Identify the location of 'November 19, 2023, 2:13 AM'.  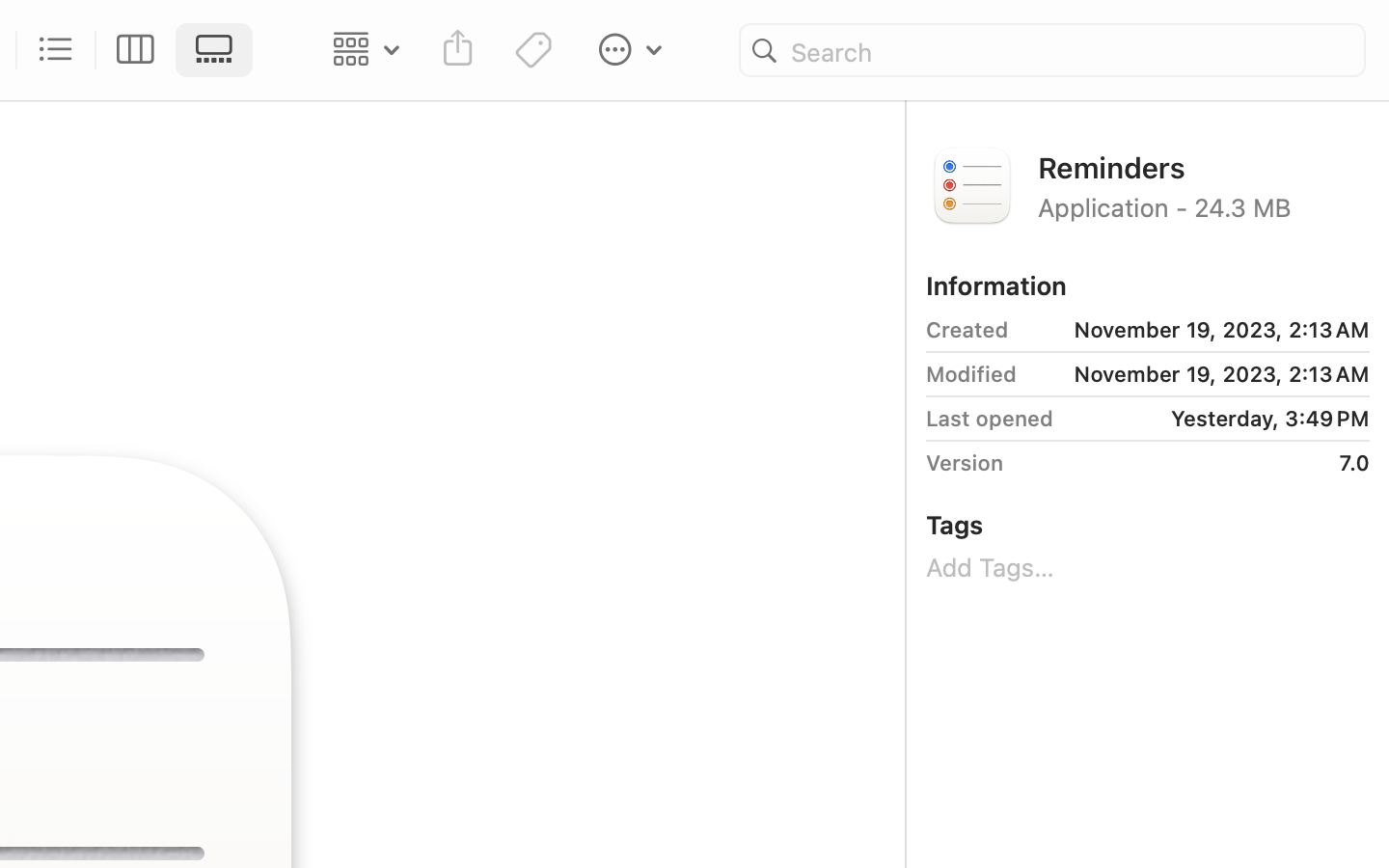
(1195, 330).